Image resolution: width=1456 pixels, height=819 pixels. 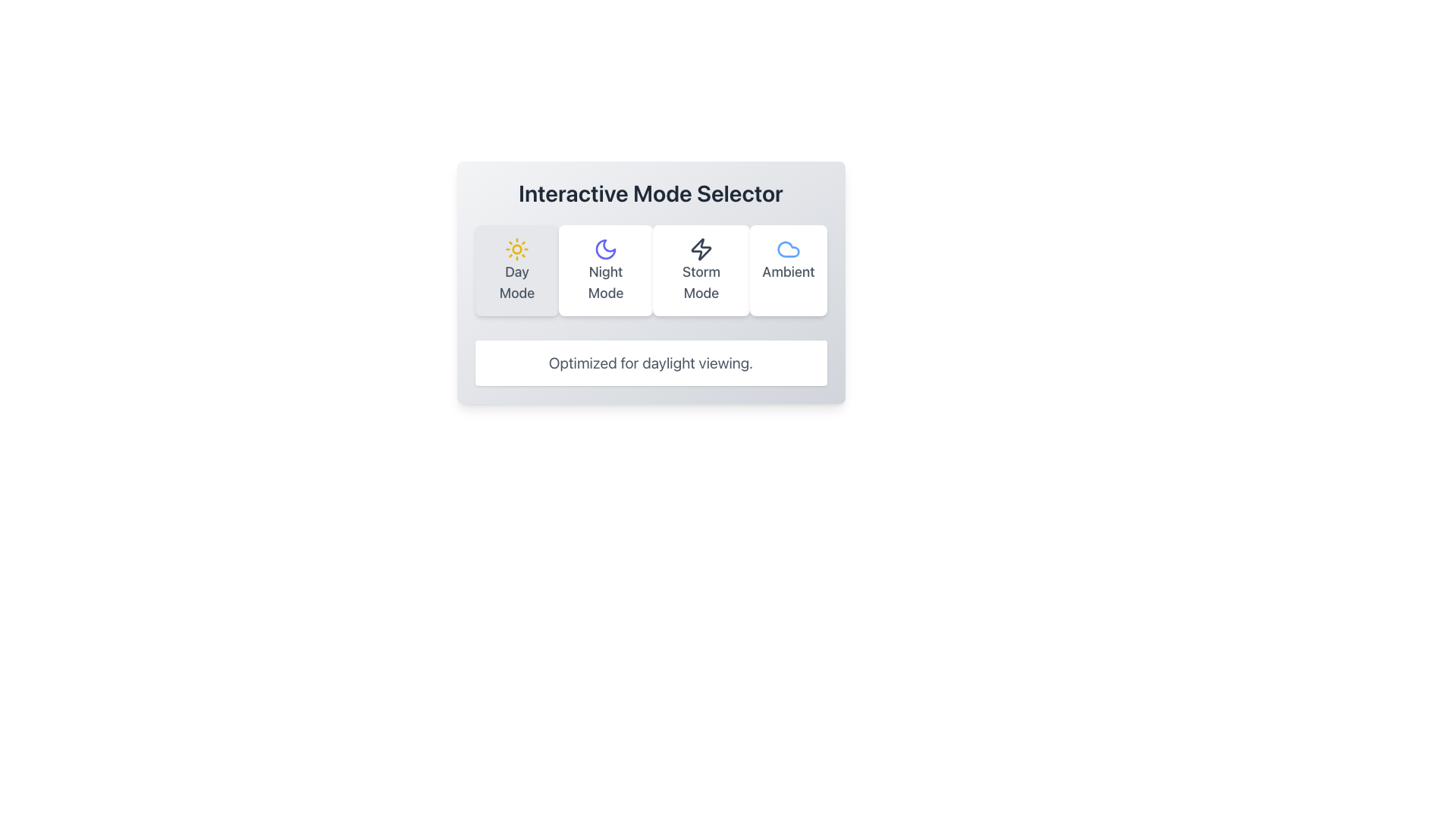 What do you see at coordinates (651, 283) in the screenshot?
I see `the 'Night Mode' button, which is the second item in a horizontal list of four mode-selection buttons below the title 'Interactive Mode Selector'` at bounding box center [651, 283].